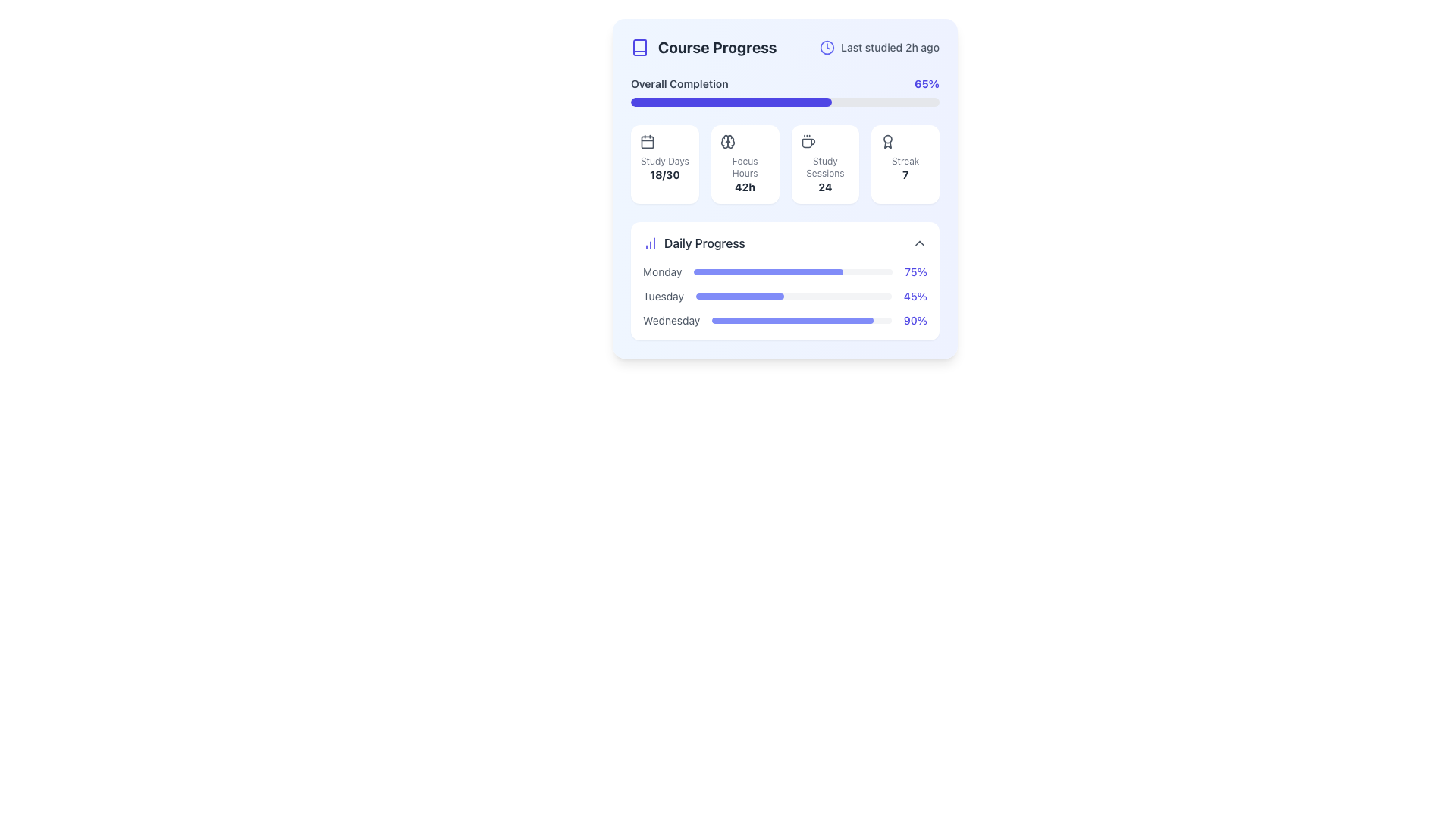  Describe the element at coordinates (663, 296) in the screenshot. I see `the text label displaying 'Tuesday', which is located within a daily progress entry, positioned to the left of a progress bar` at that location.